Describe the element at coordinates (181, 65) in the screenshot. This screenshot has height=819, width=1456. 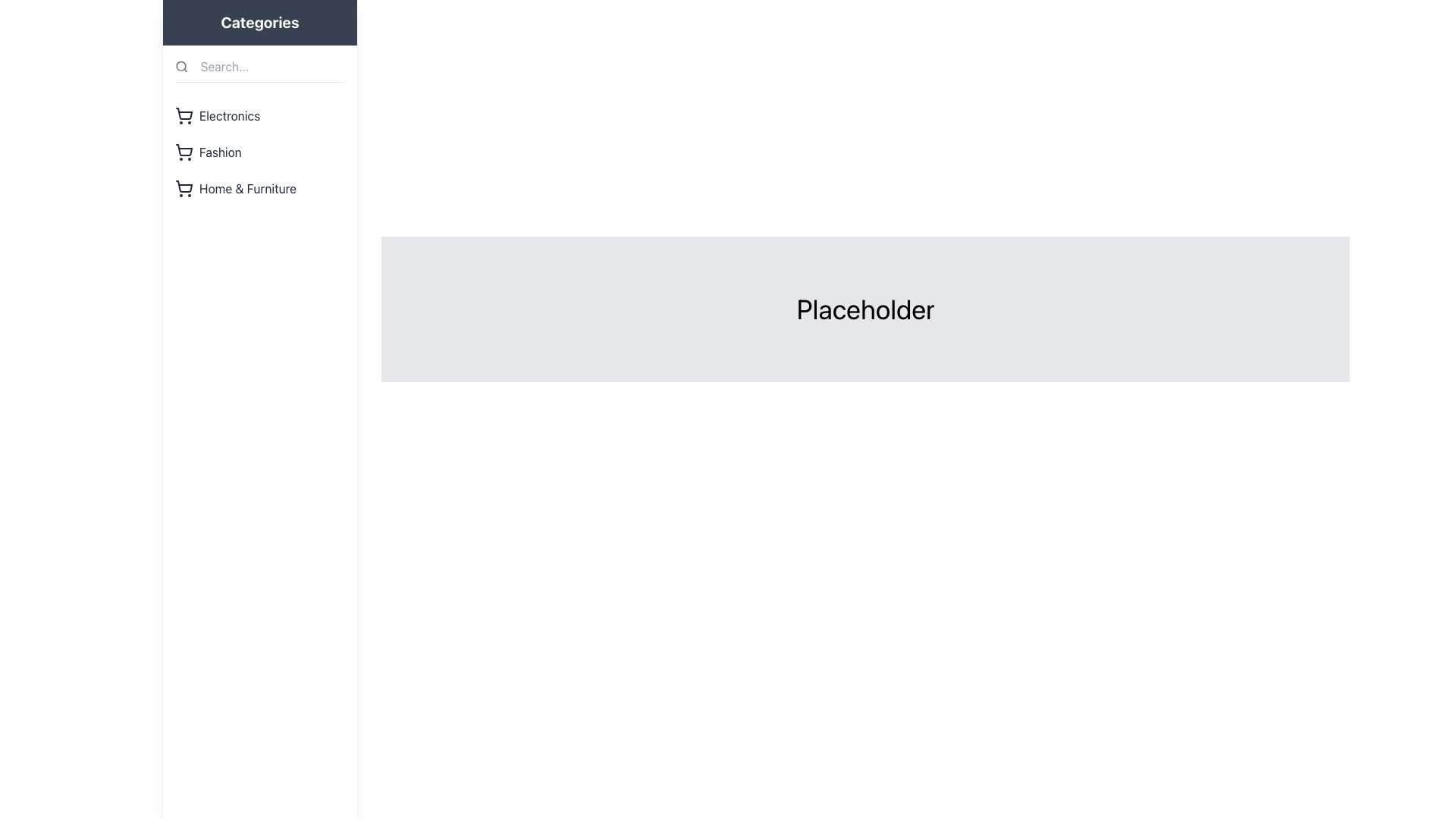
I see `the circular search icon located in the left navigation pane, adjacent to the 'Search...' placeholder text` at that location.